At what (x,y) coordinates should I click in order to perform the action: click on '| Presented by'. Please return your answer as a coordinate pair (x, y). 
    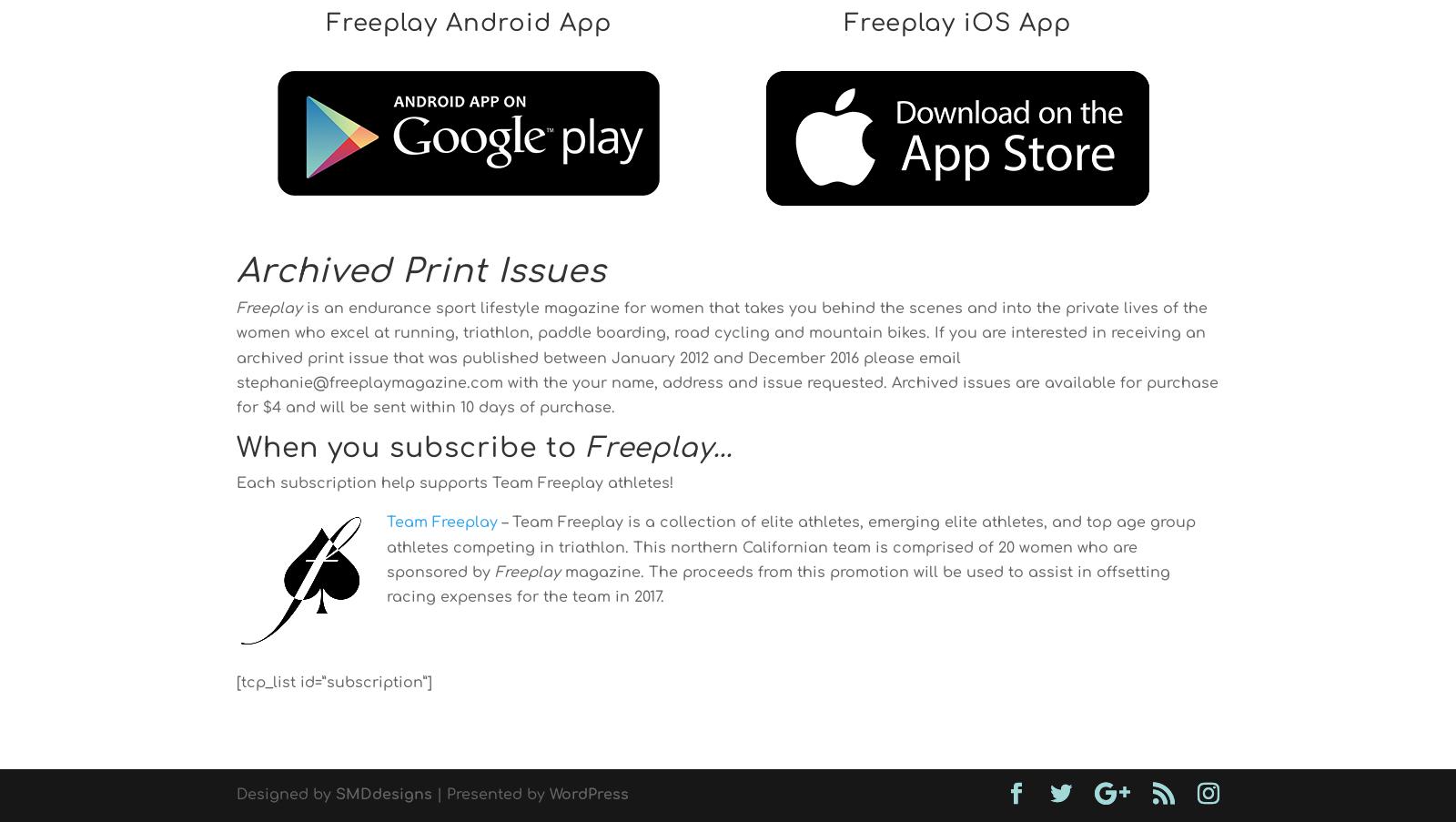
    Looking at the image, I should click on (490, 795).